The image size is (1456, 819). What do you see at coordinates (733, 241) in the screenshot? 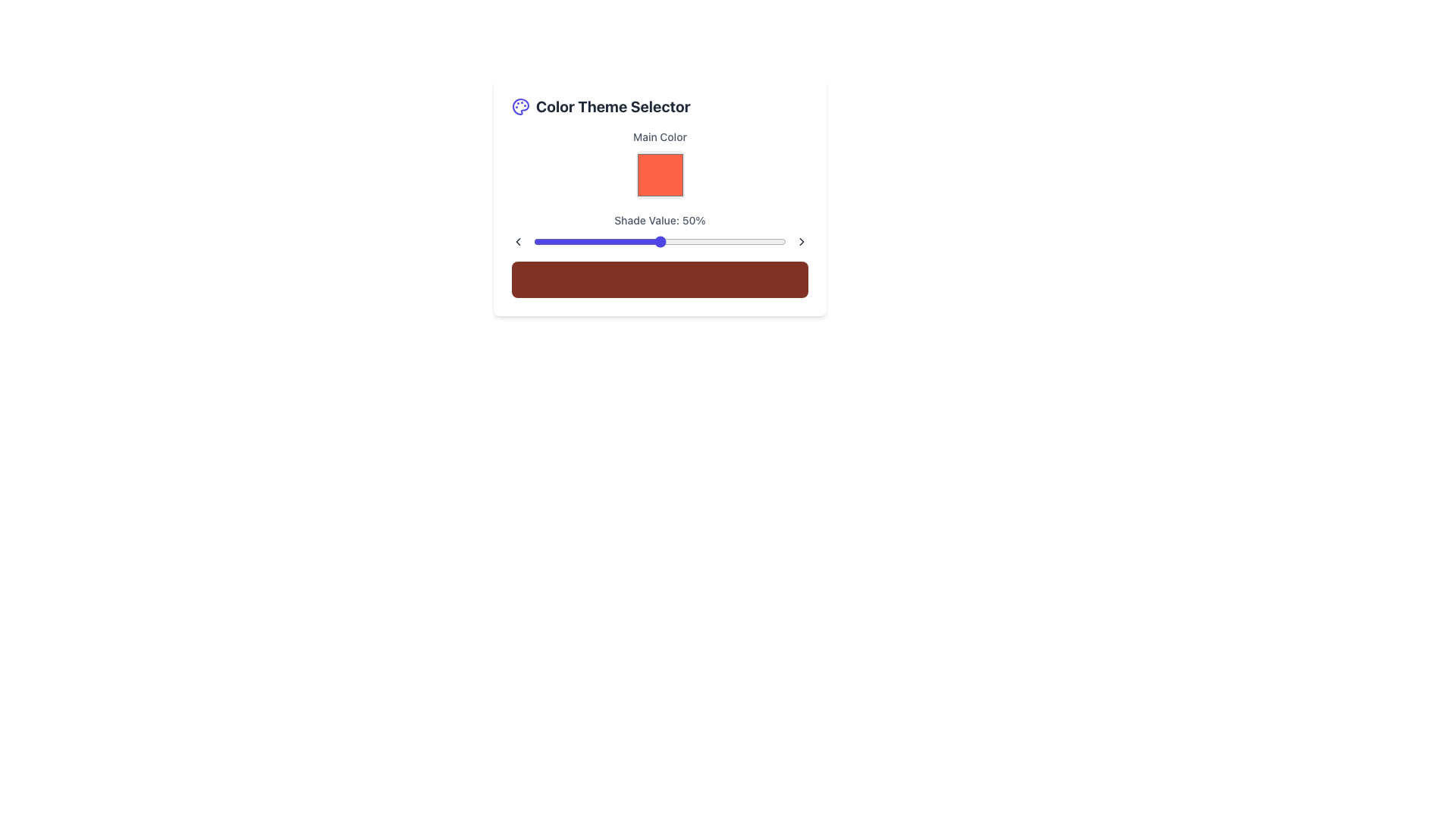
I see `the shade value` at bounding box center [733, 241].